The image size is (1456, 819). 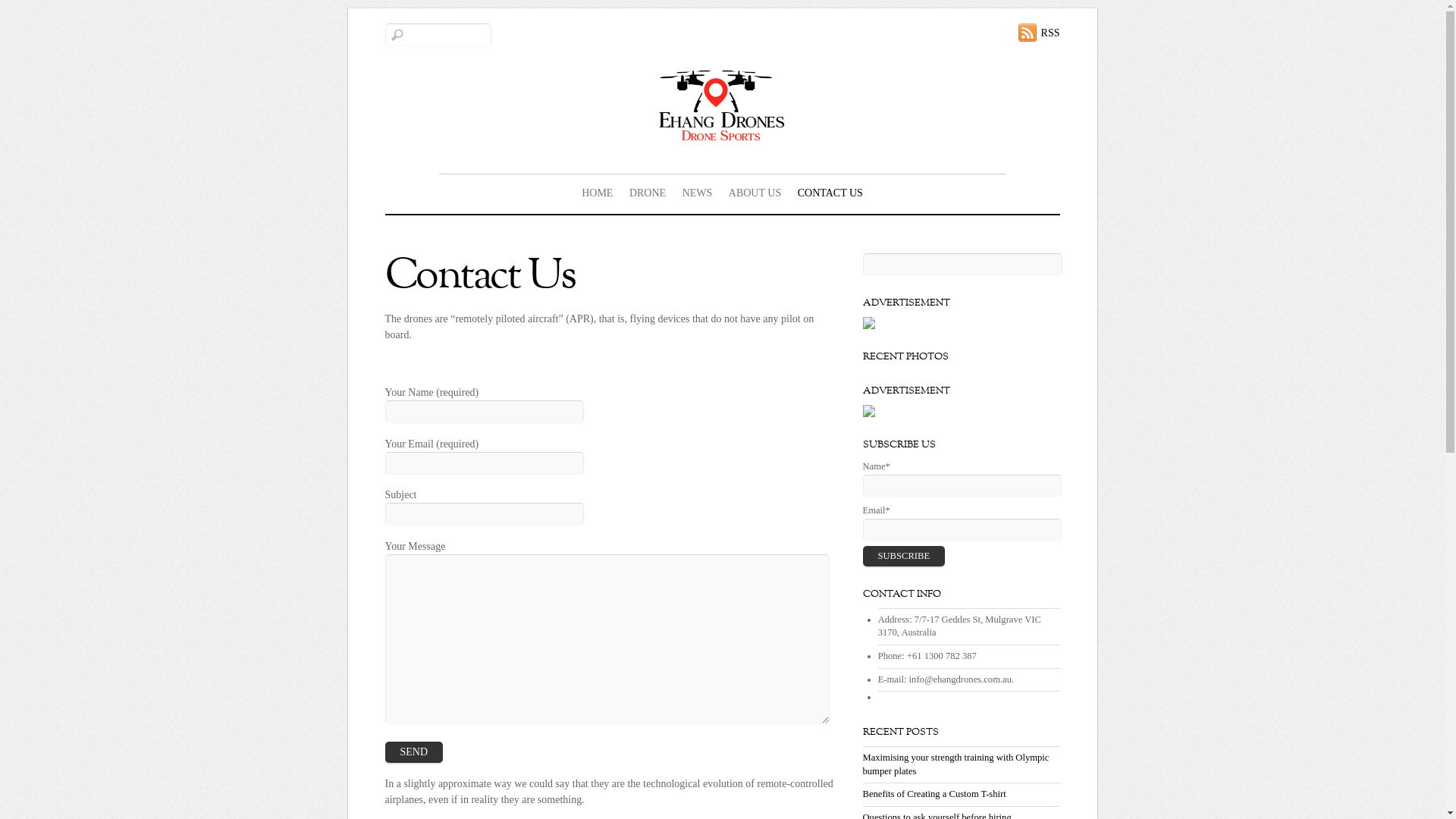 What do you see at coordinates (904, 556) in the screenshot?
I see `'Subscribe'` at bounding box center [904, 556].